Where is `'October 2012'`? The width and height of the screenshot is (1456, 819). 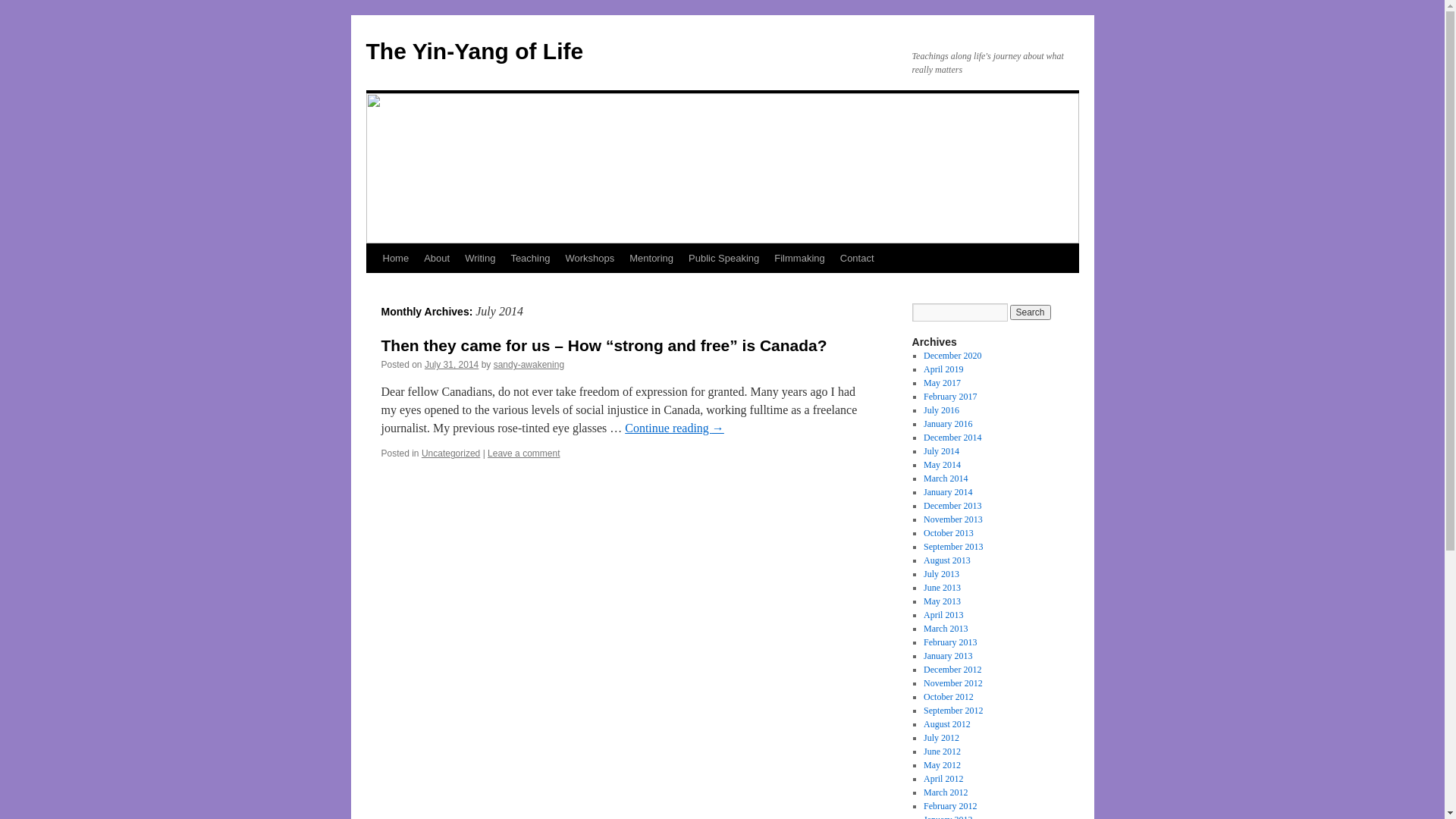 'October 2012' is located at coordinates (923, 696).